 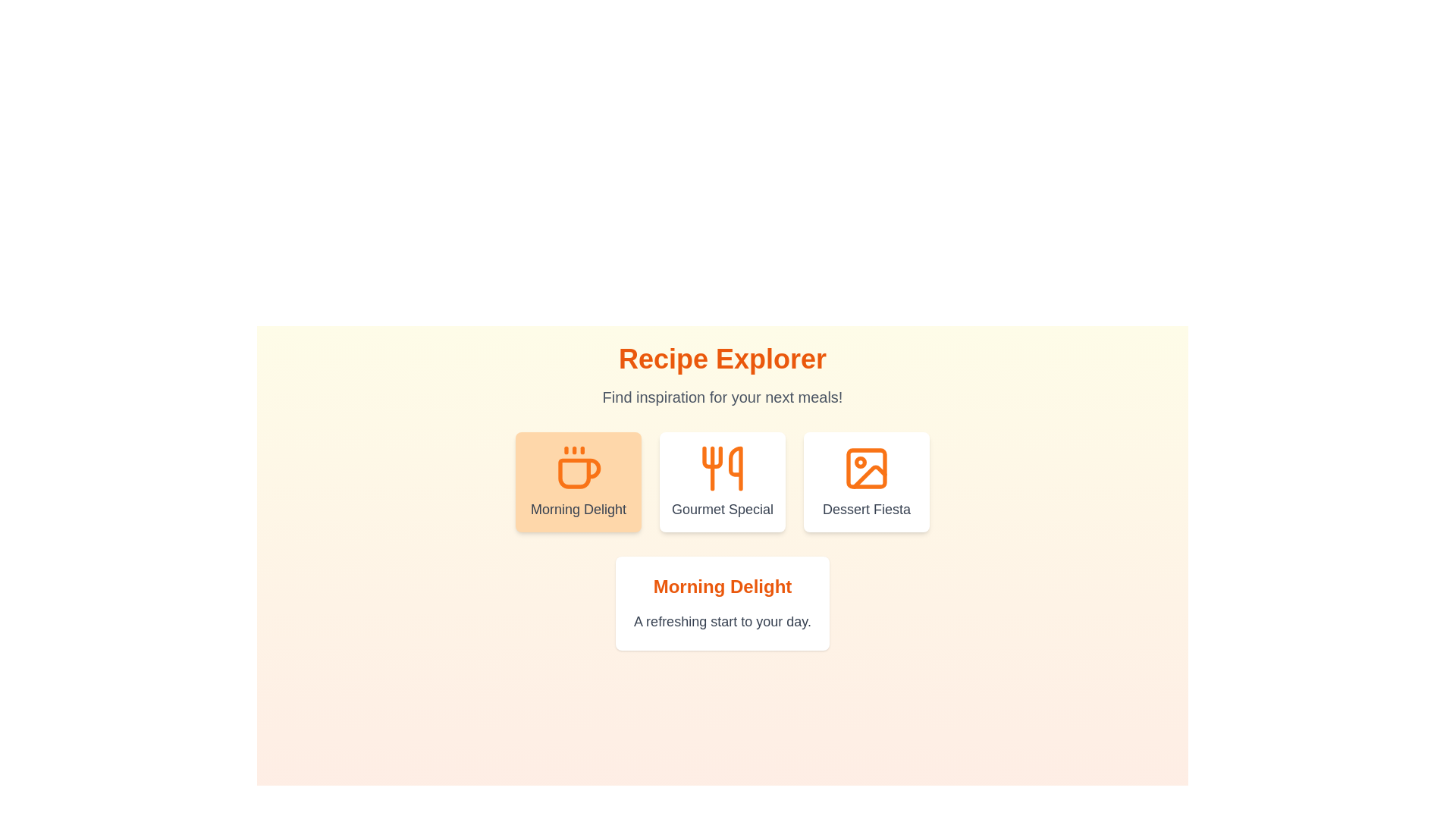 I want to click on text content of the header element displaying 'Recipe Explorer' at the top of the interface, so click(x=722, y=359).